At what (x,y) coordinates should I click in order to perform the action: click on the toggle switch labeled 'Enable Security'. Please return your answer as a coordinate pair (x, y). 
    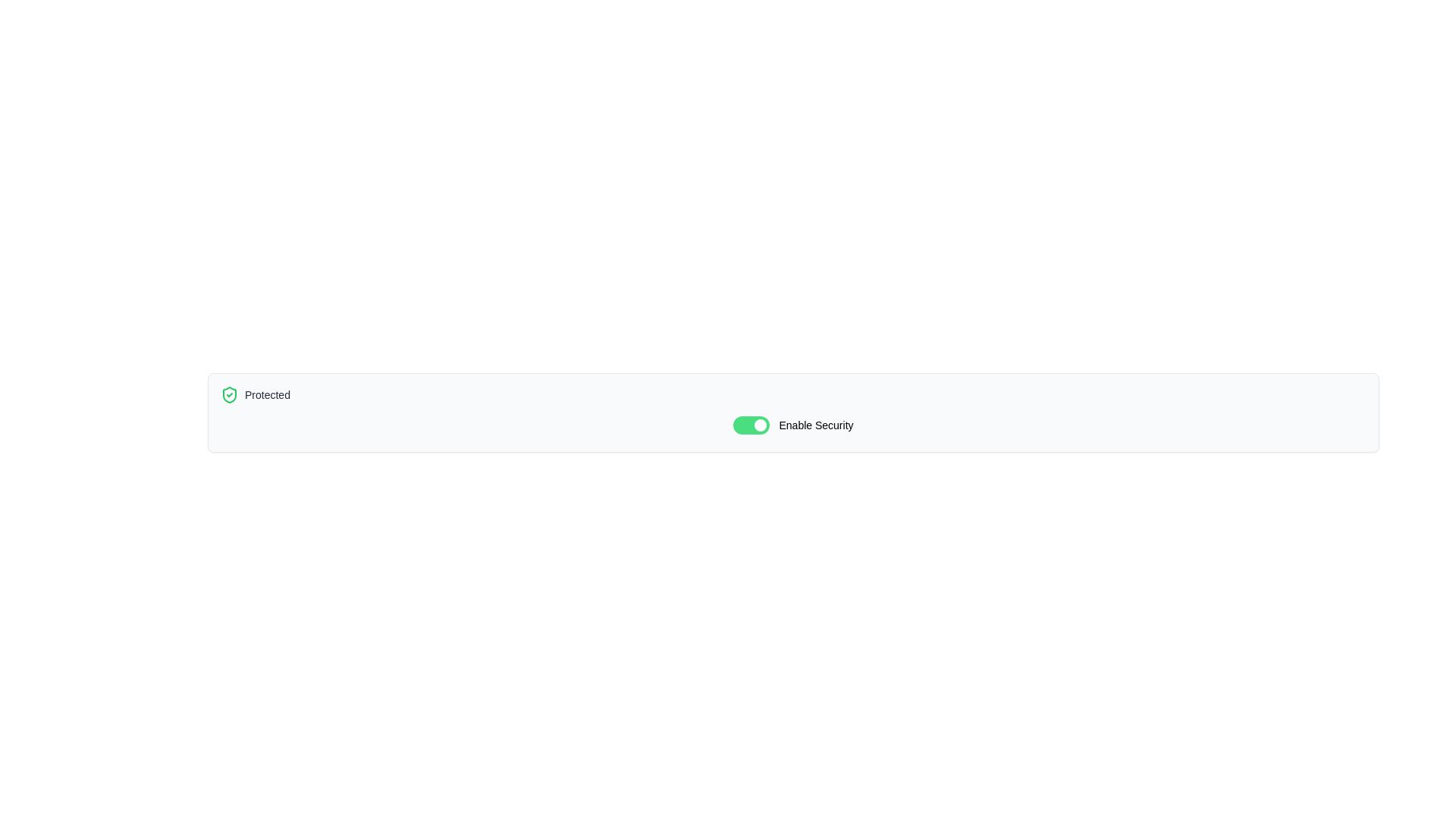
    Looking at the image, I should click on (792, 425).